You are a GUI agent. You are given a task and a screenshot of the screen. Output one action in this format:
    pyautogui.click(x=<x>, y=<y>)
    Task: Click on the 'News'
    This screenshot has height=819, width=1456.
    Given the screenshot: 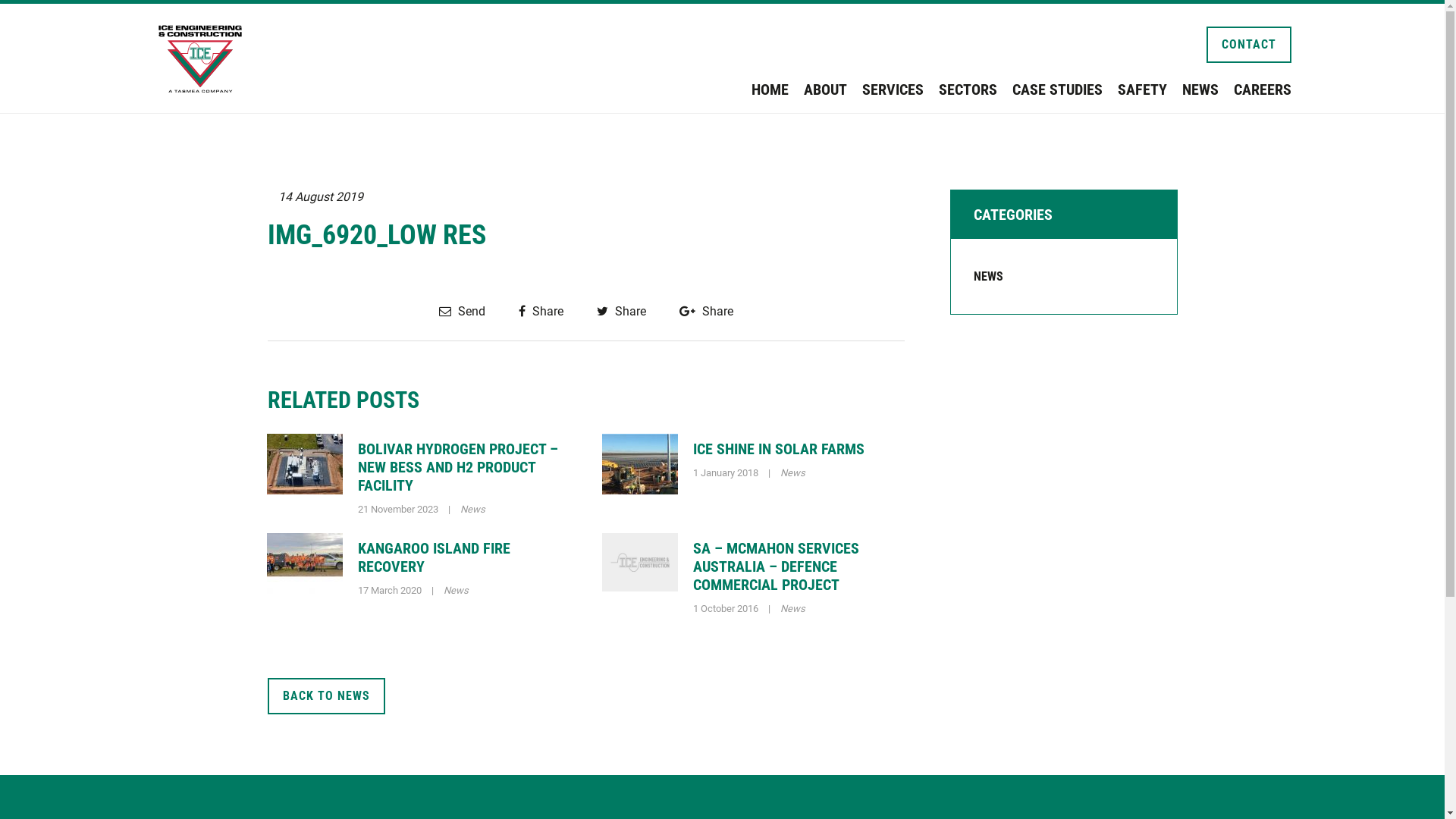 What is the action you would take?
    pyautogui.click(x=454, y=589)
    